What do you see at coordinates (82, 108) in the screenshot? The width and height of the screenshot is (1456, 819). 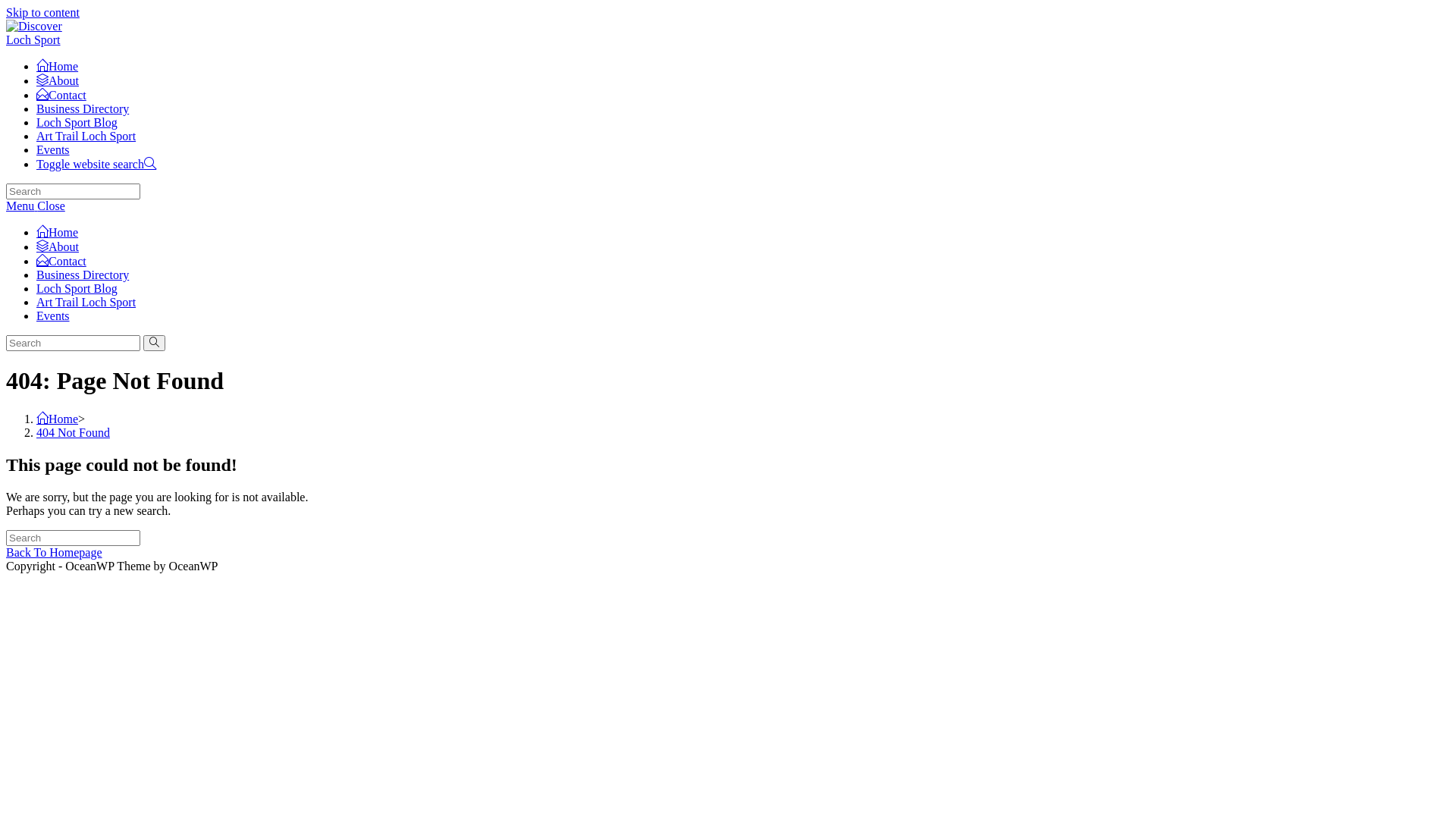 I see `'Business Directory'` at bounding box center [82, 108].